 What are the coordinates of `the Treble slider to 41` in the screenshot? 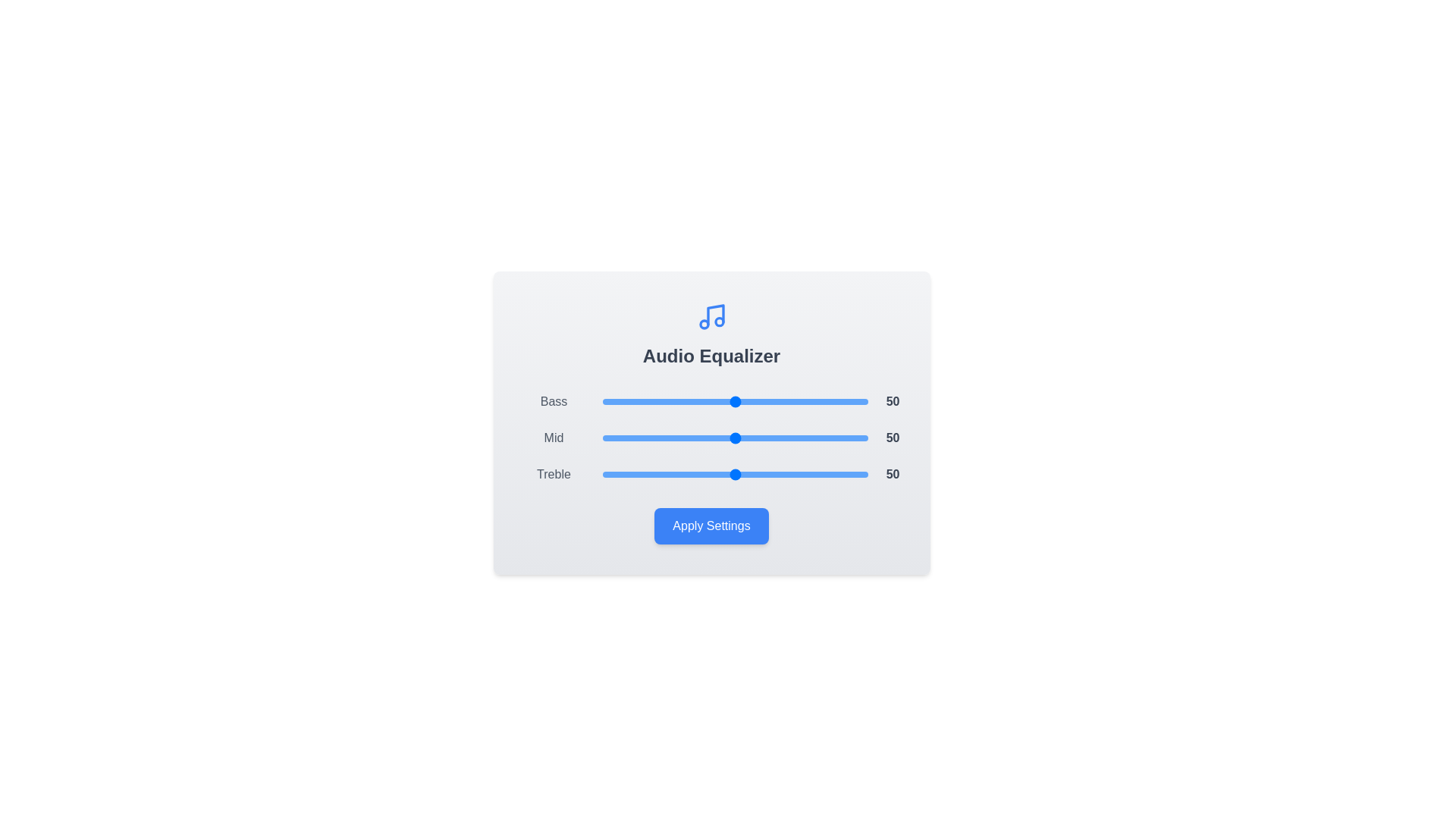 It's located at (711, 473).